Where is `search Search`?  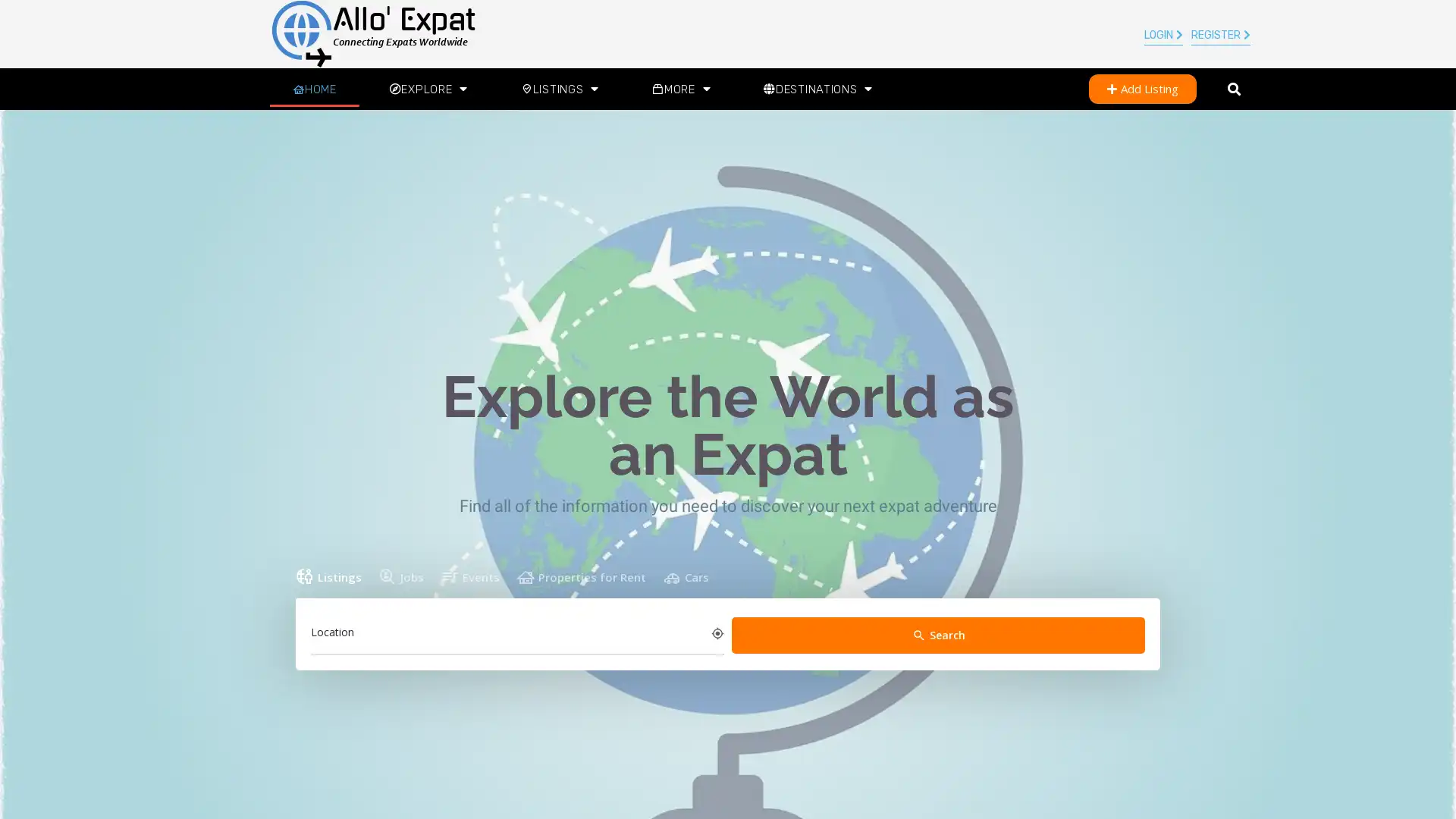
search Search is located at coordinates (937, 635).